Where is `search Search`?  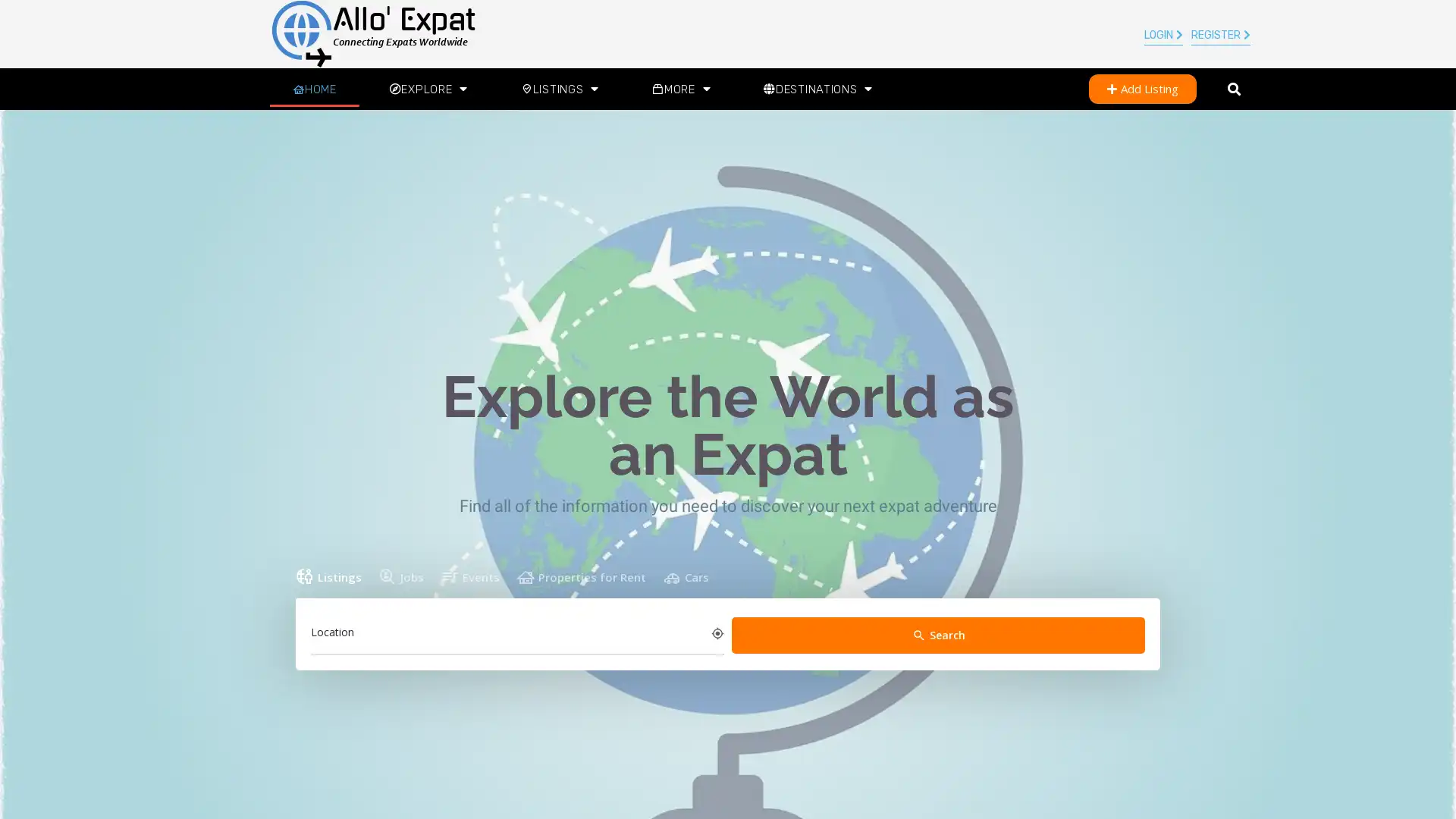
search Search is located at coordinates (937, 635).